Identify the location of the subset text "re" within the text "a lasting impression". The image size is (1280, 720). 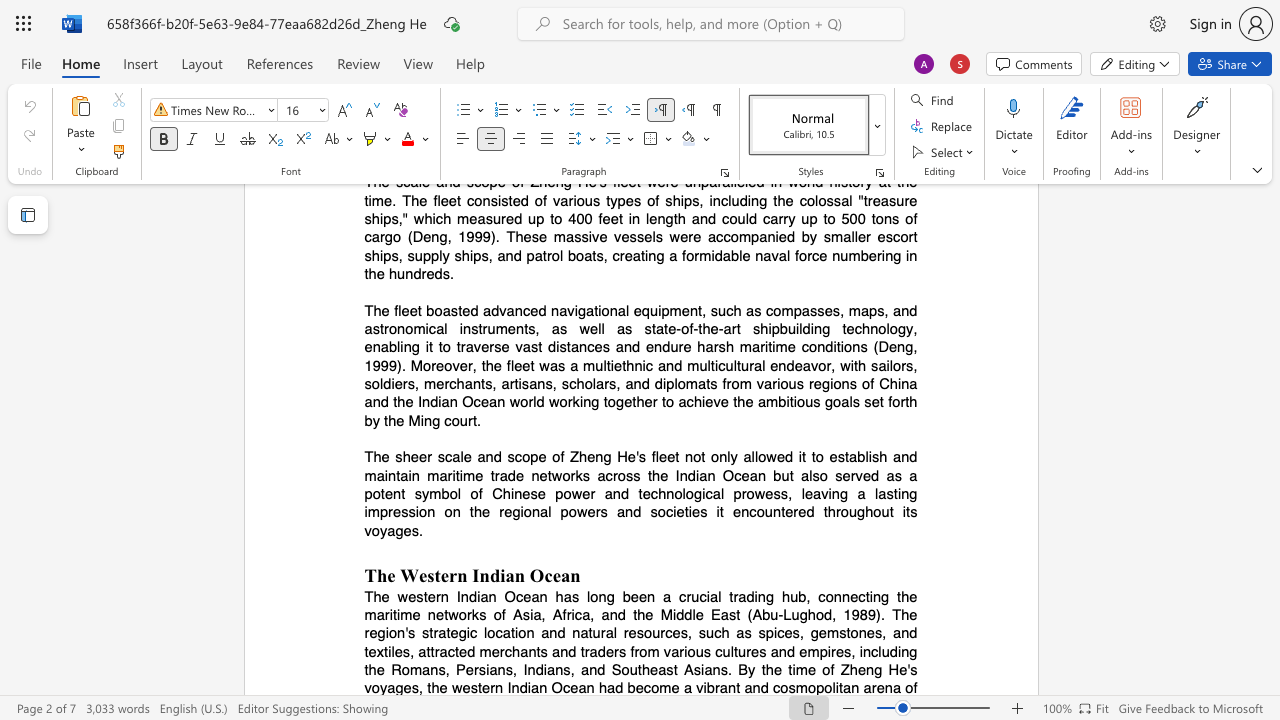
(388, 511).